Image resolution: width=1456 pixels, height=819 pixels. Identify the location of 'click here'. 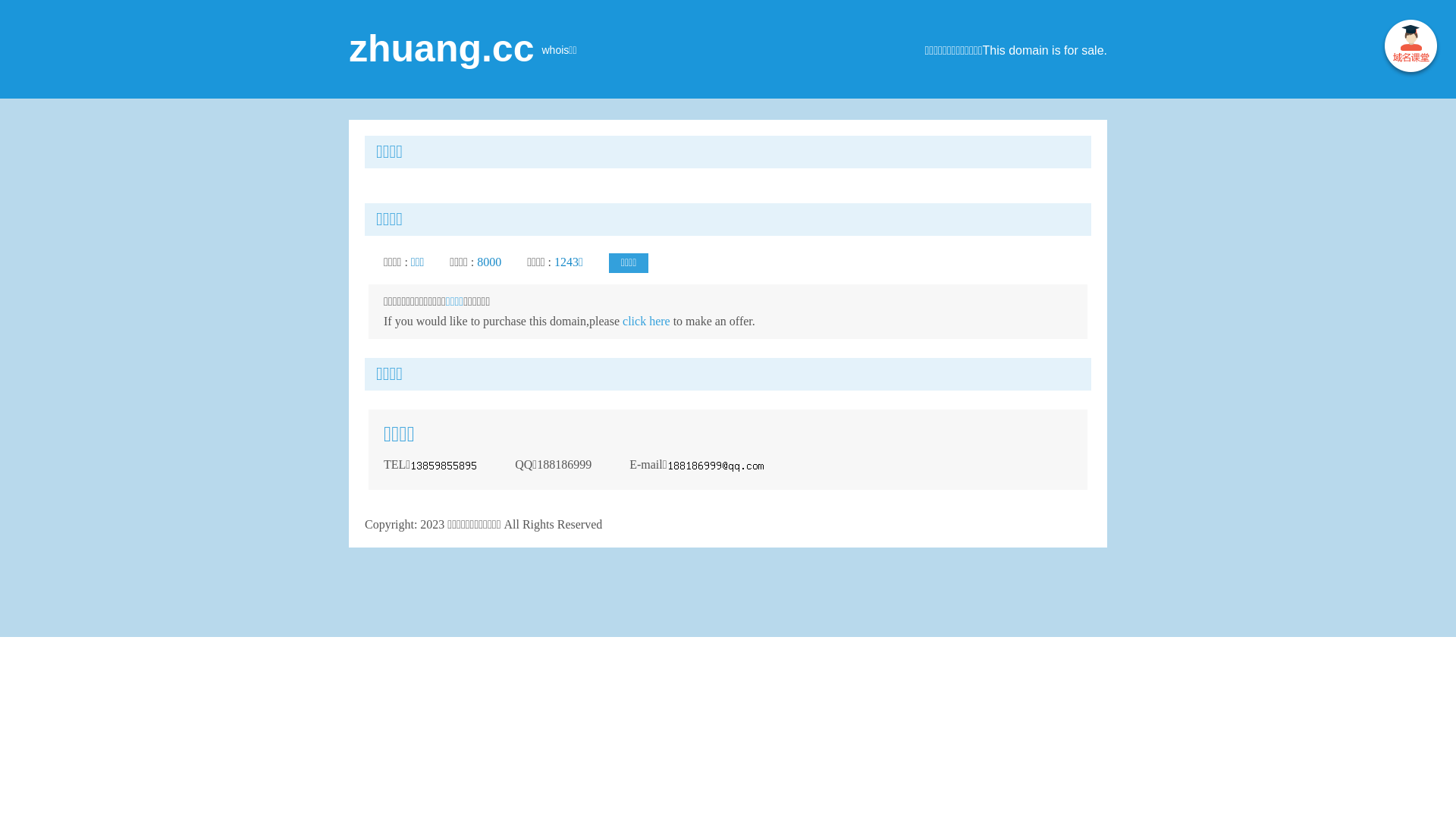
(646, 320).